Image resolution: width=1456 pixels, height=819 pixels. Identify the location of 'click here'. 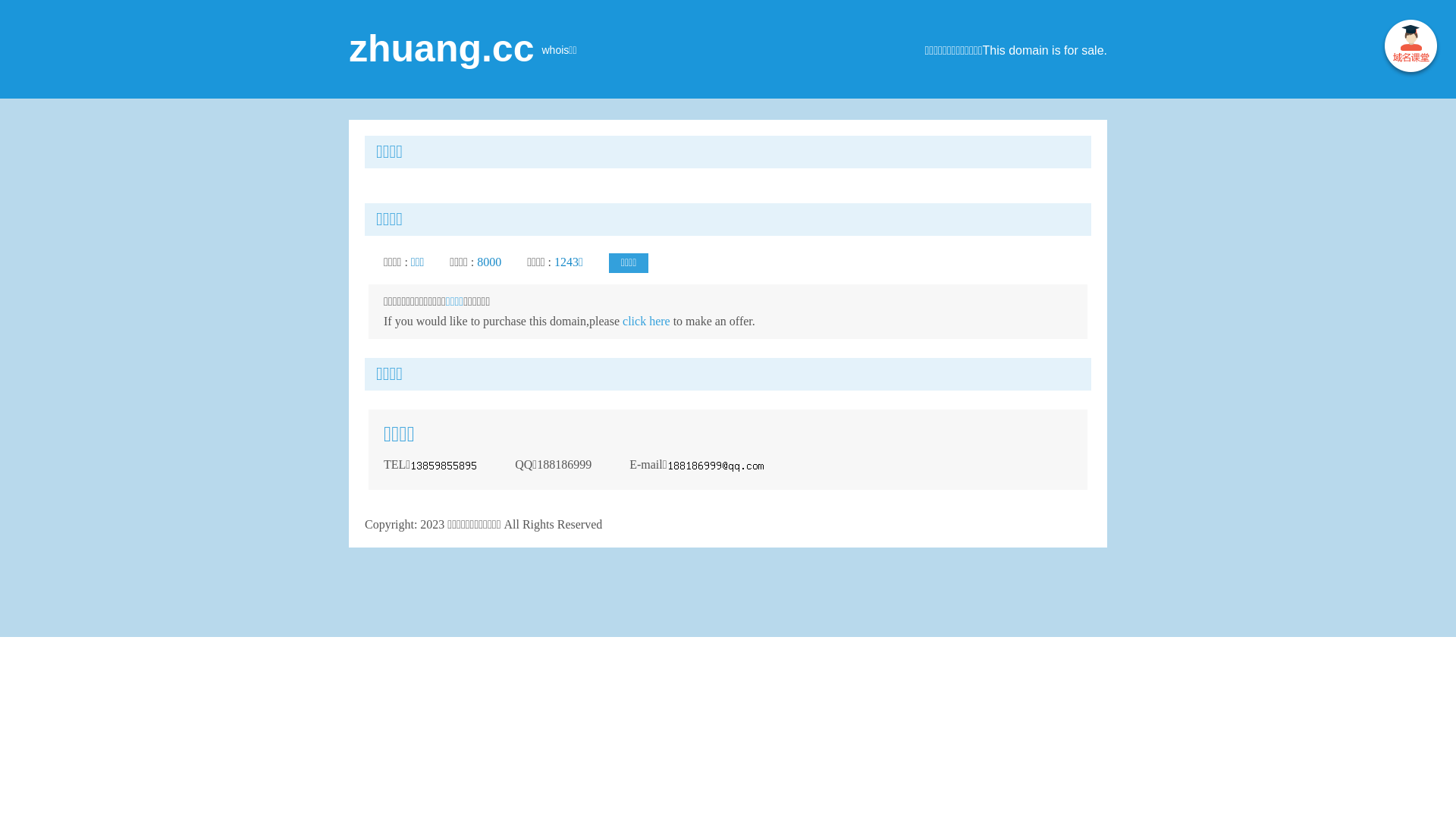
(646, 320).